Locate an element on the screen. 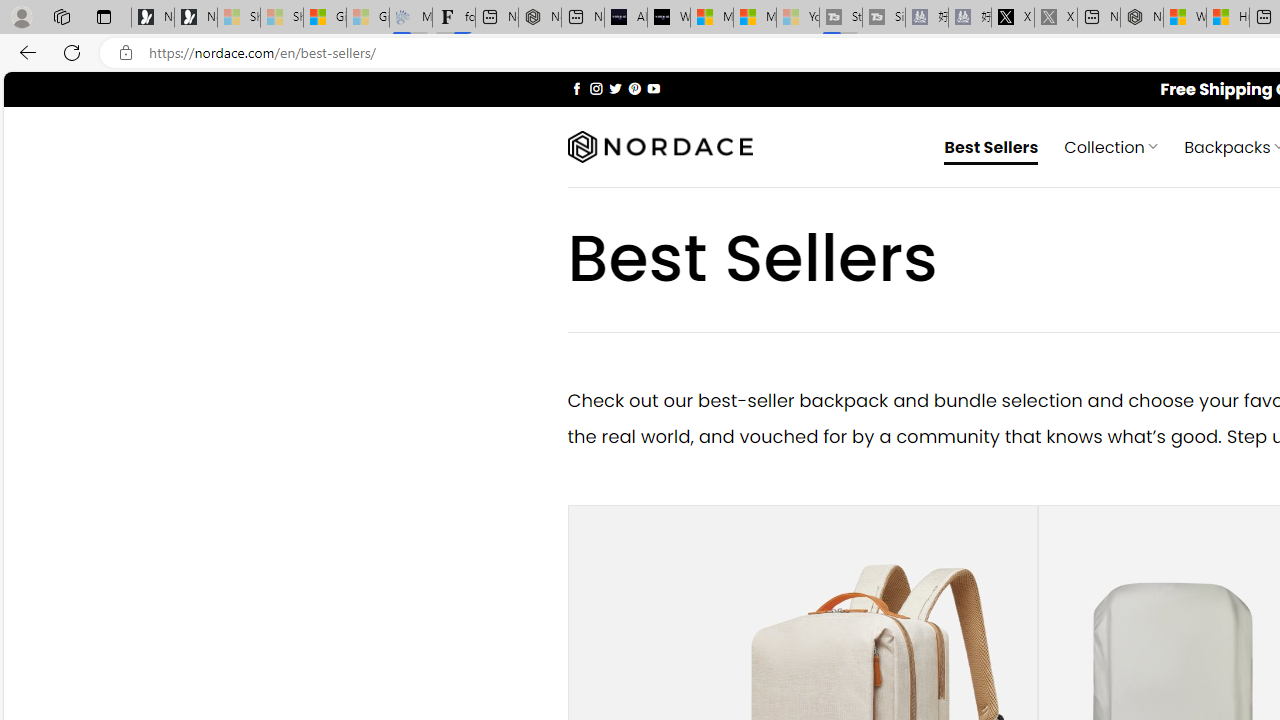 The width and height of the screenshot is (1280, 720). 'Follow on Facebook' is located at coordinates (576, 87).